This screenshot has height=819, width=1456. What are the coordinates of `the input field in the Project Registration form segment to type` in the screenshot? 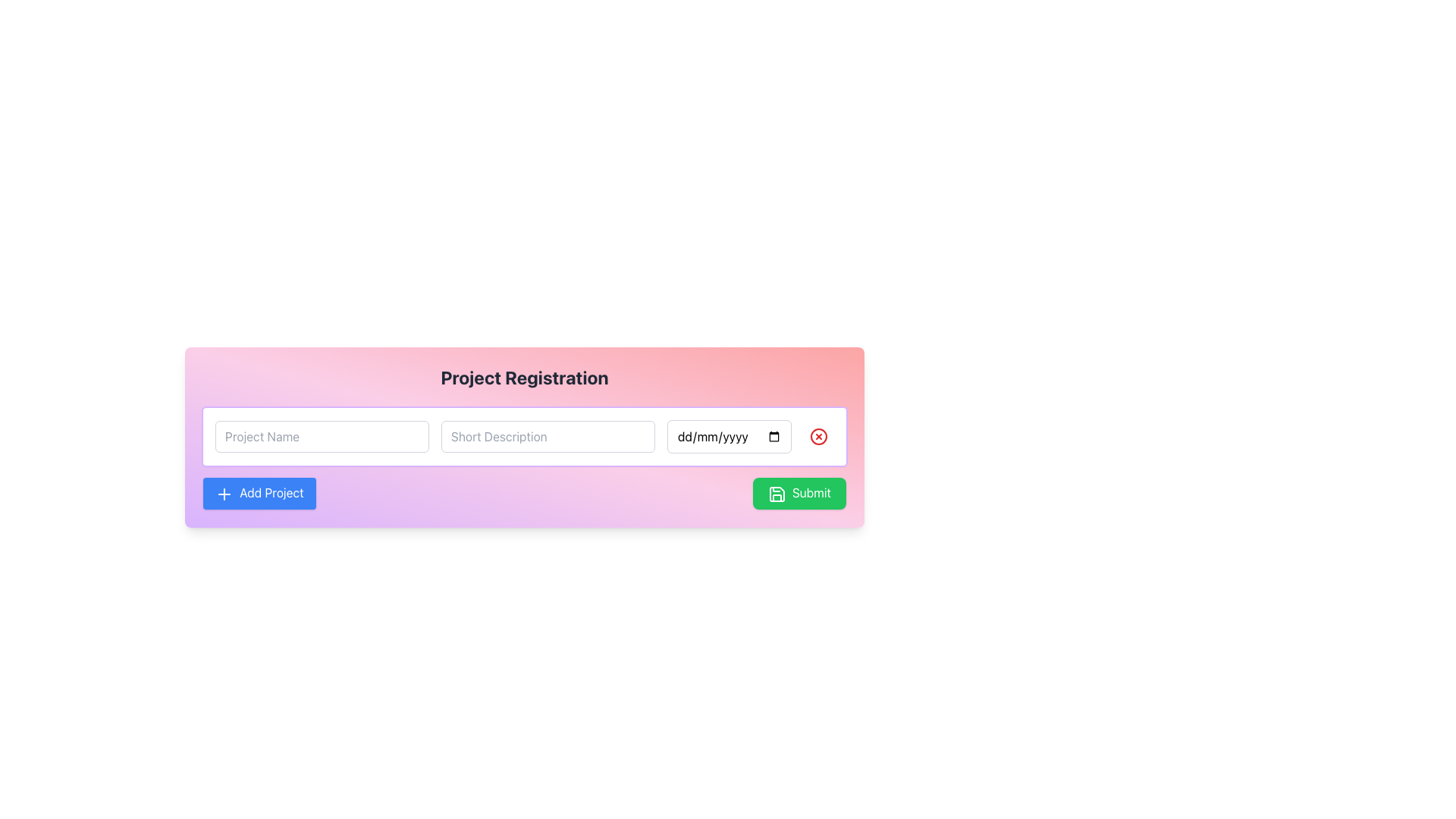 It's located at (524, 457).